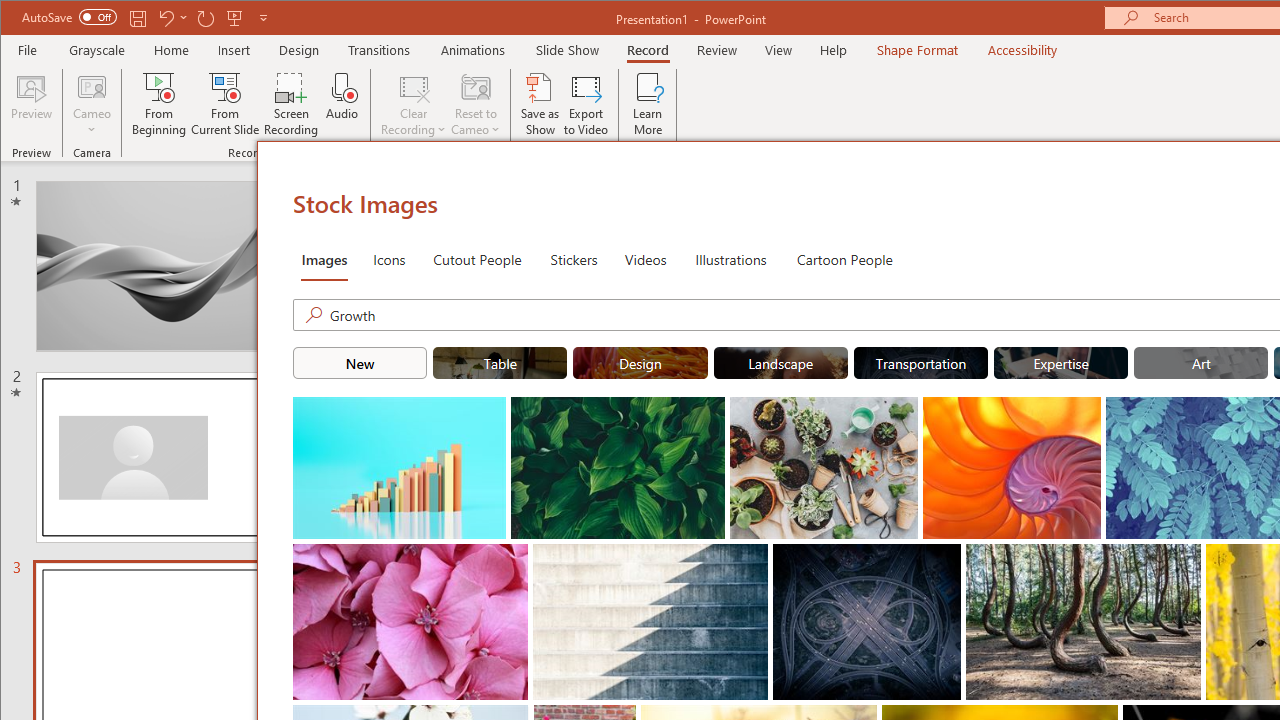 This screenshot has height=720, width=1280. Describe the element at coordinates (160, 104) in the screenshot. I see `'From Beginning...'` at that location.